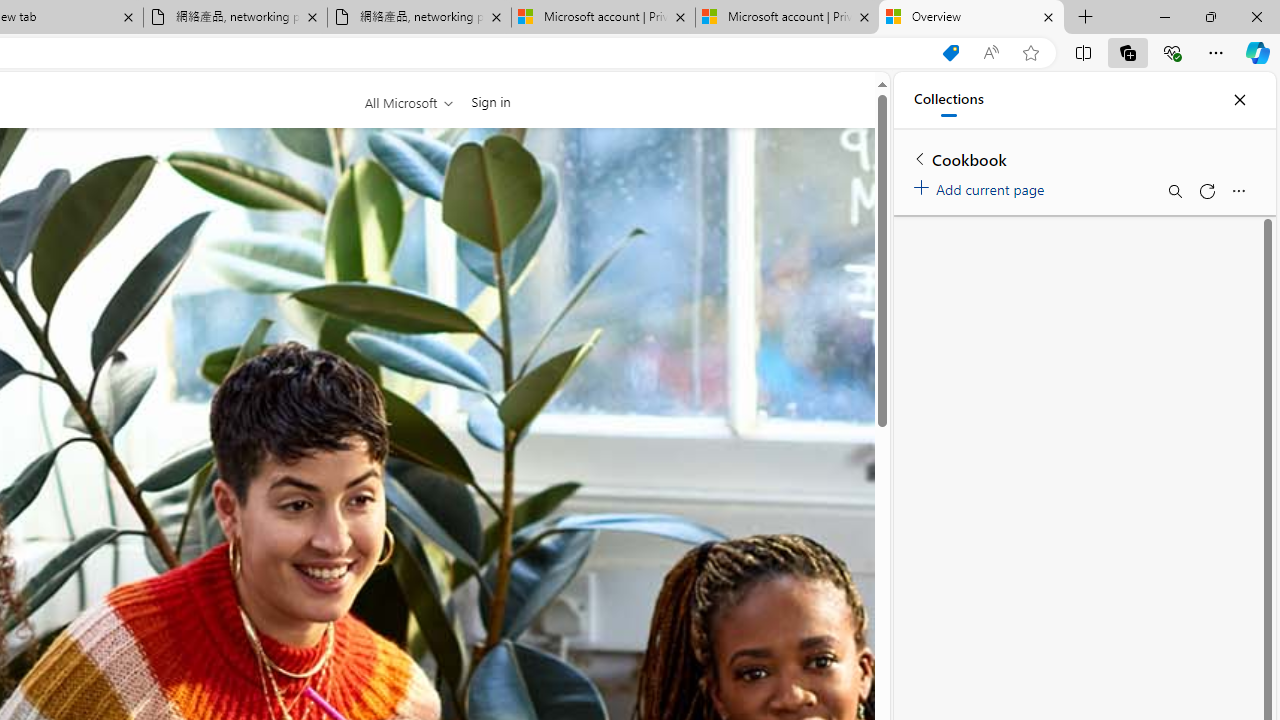  I want to click on 'More options menu', so click(1237, 191).